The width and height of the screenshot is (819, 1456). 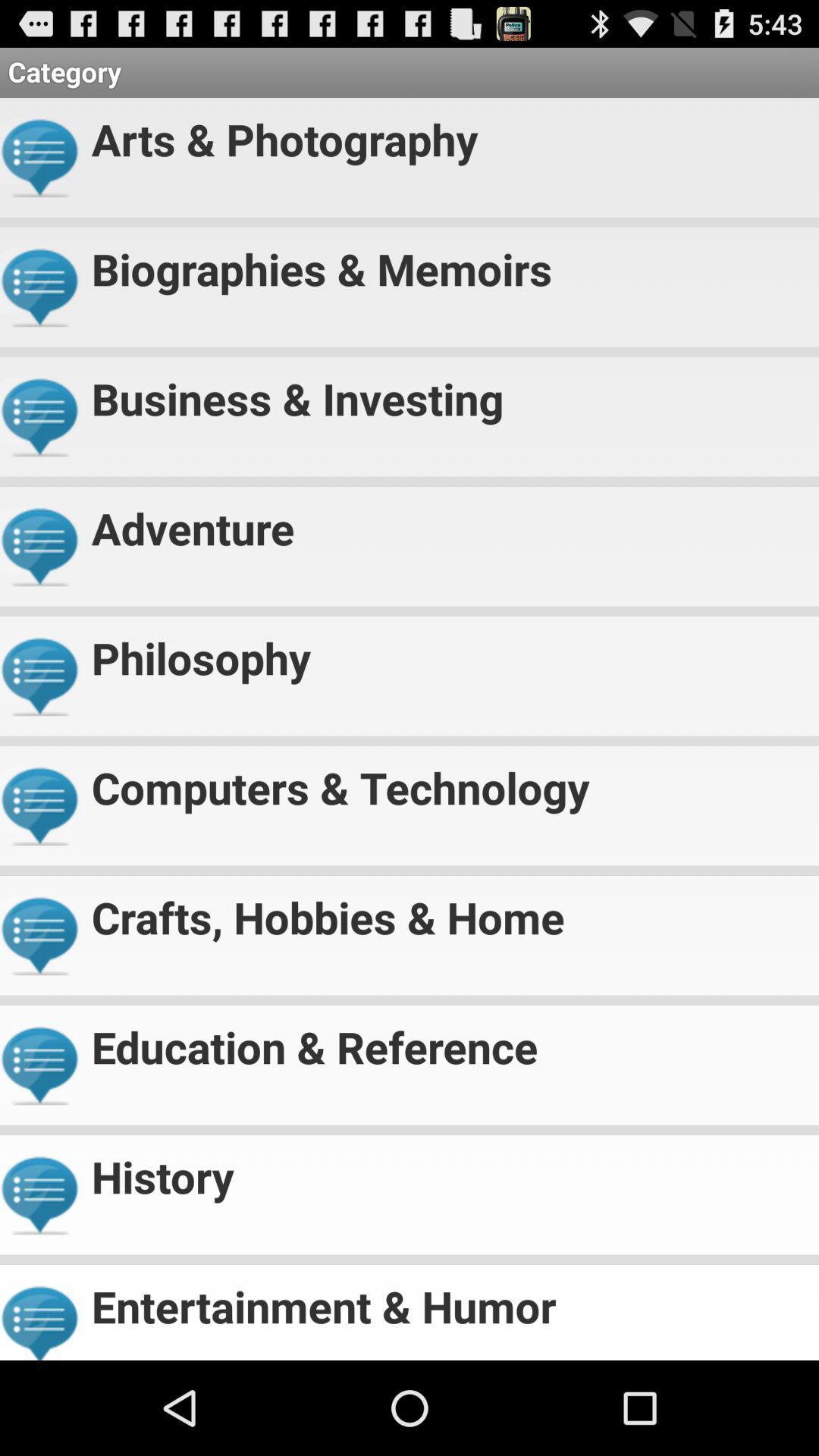 I want to click on the entertainment & humor app, so click(x=448, y=1299).